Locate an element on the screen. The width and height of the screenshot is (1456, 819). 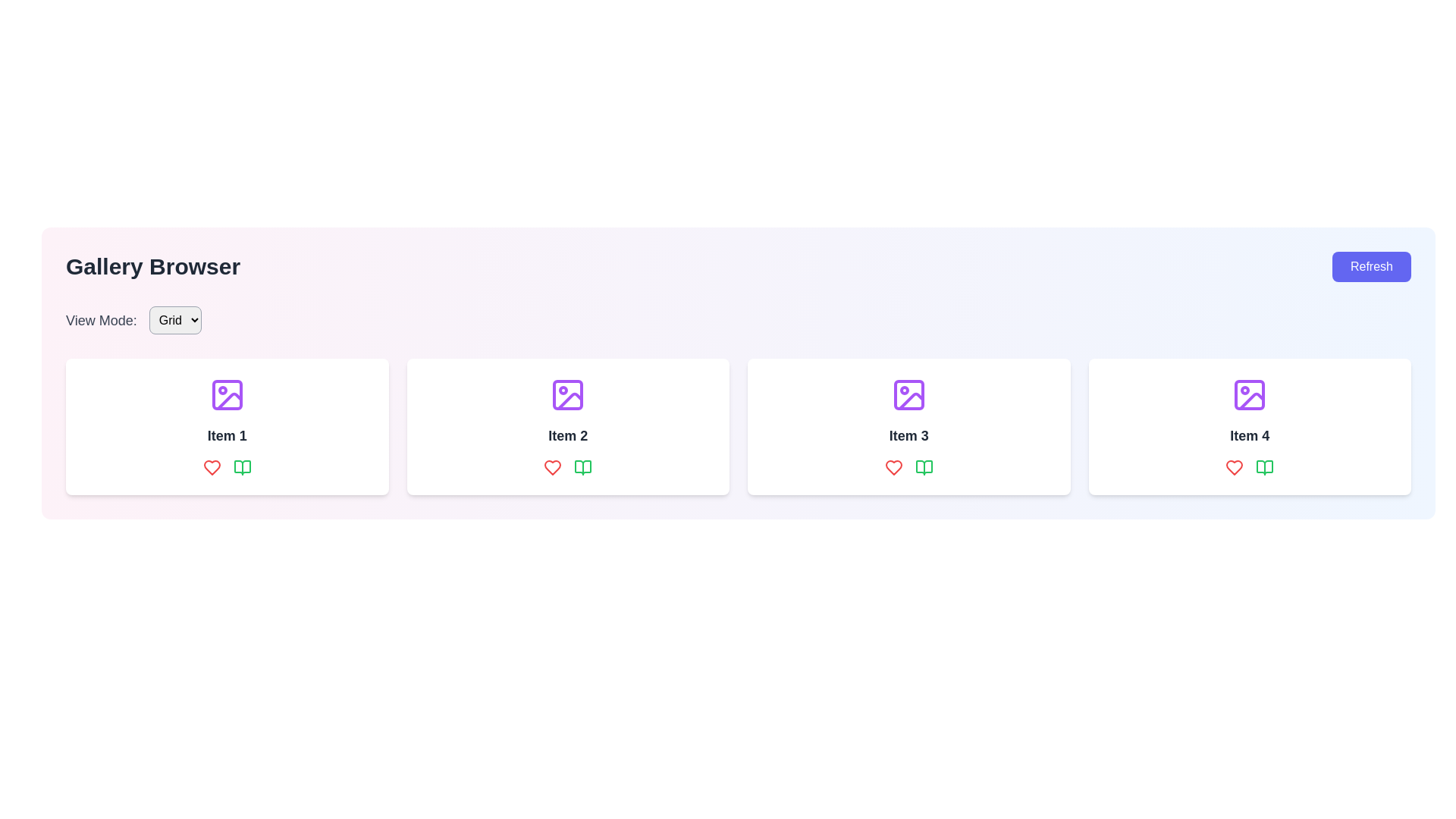
the static text label displaying 'Item 1' located beneath the purple image icon in the first card is located at coordinates (226, 435).